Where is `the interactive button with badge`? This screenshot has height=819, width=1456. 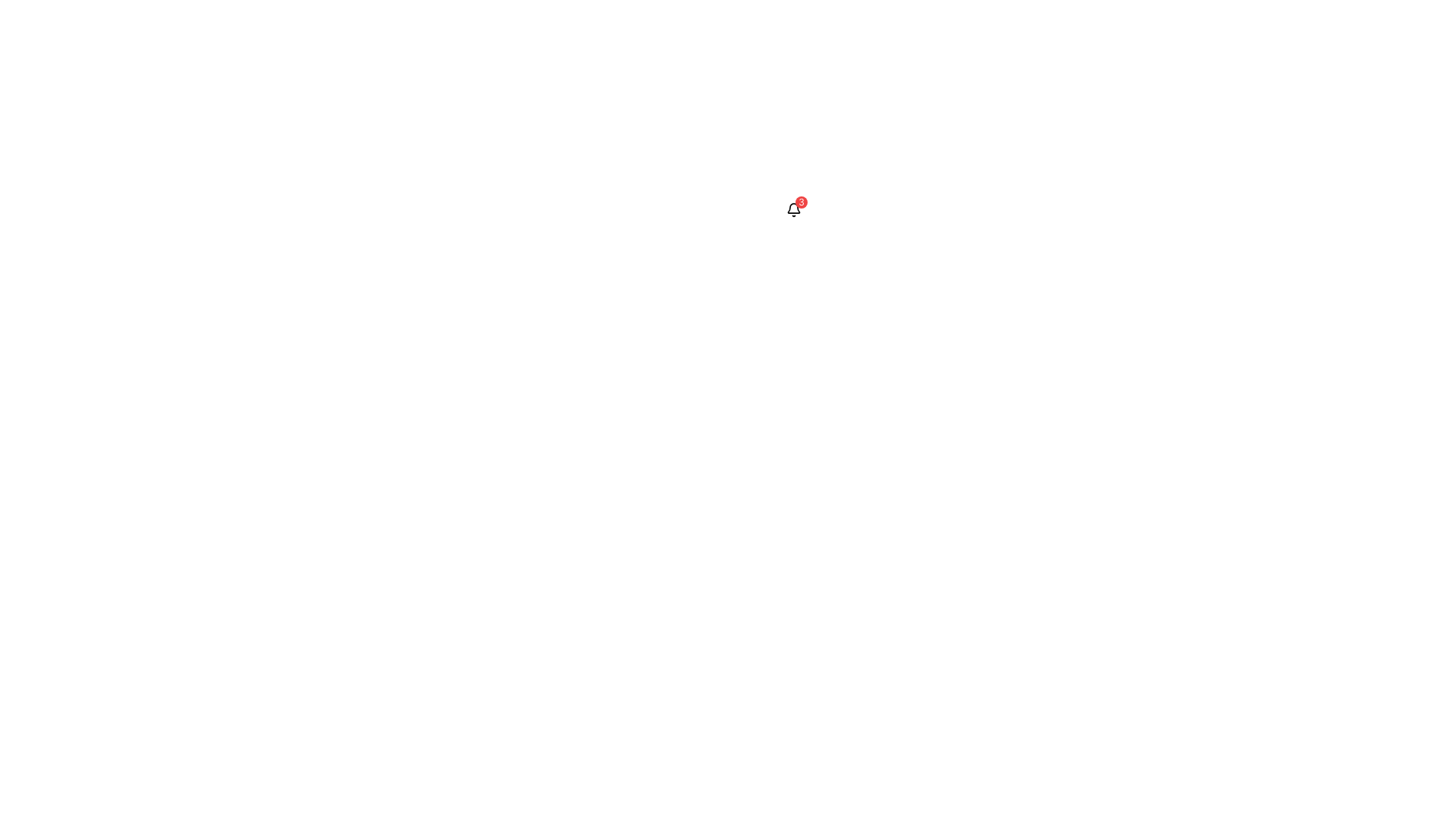 the interactive button with badge is located at coordinates (792, 210).